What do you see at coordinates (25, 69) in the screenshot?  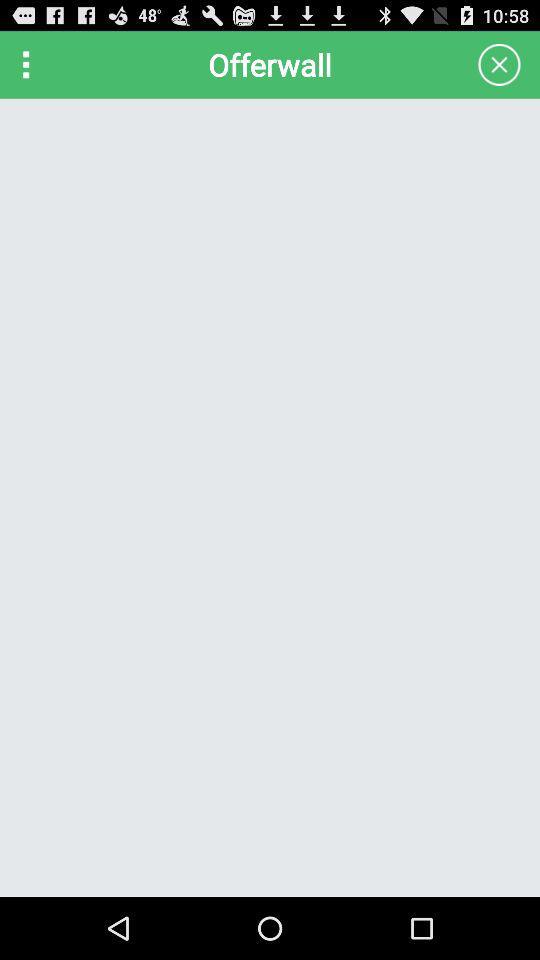 I see `the more icon` at bounding box center [25, 69].